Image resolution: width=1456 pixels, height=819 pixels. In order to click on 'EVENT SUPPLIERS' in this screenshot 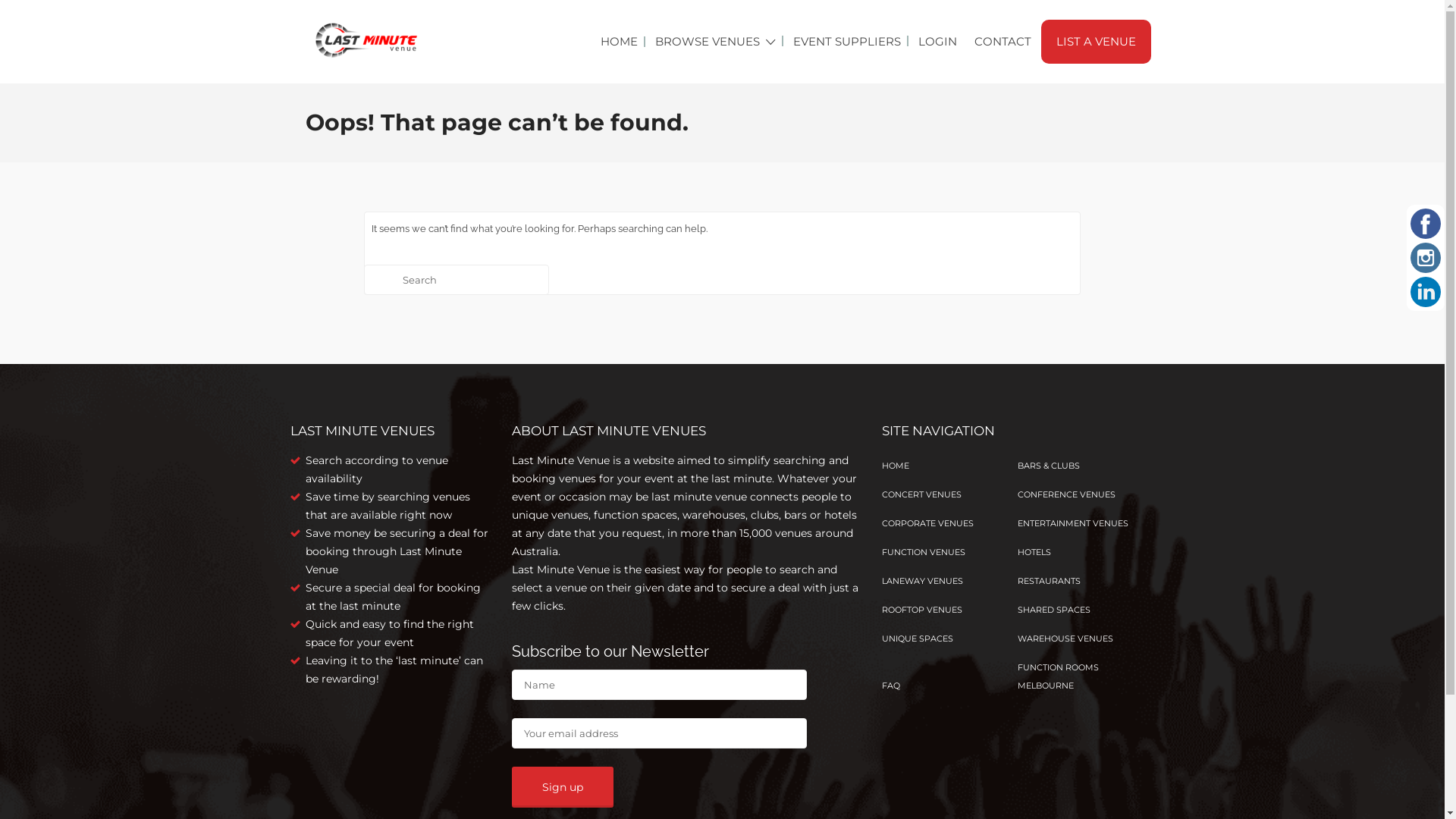, I will do `click(792, 40)`.